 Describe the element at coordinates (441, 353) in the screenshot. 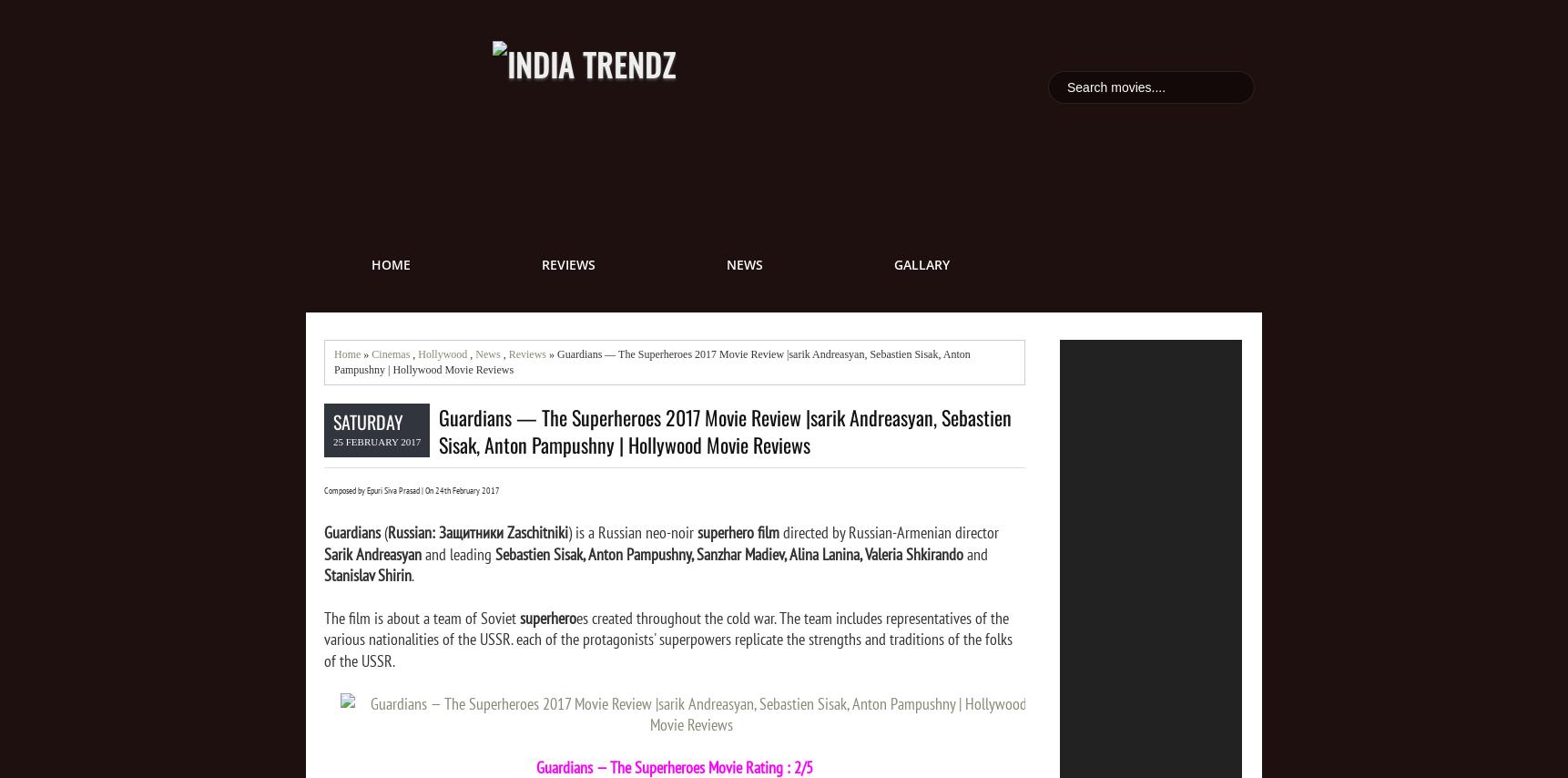

I see `'Hollywood'` at that location.